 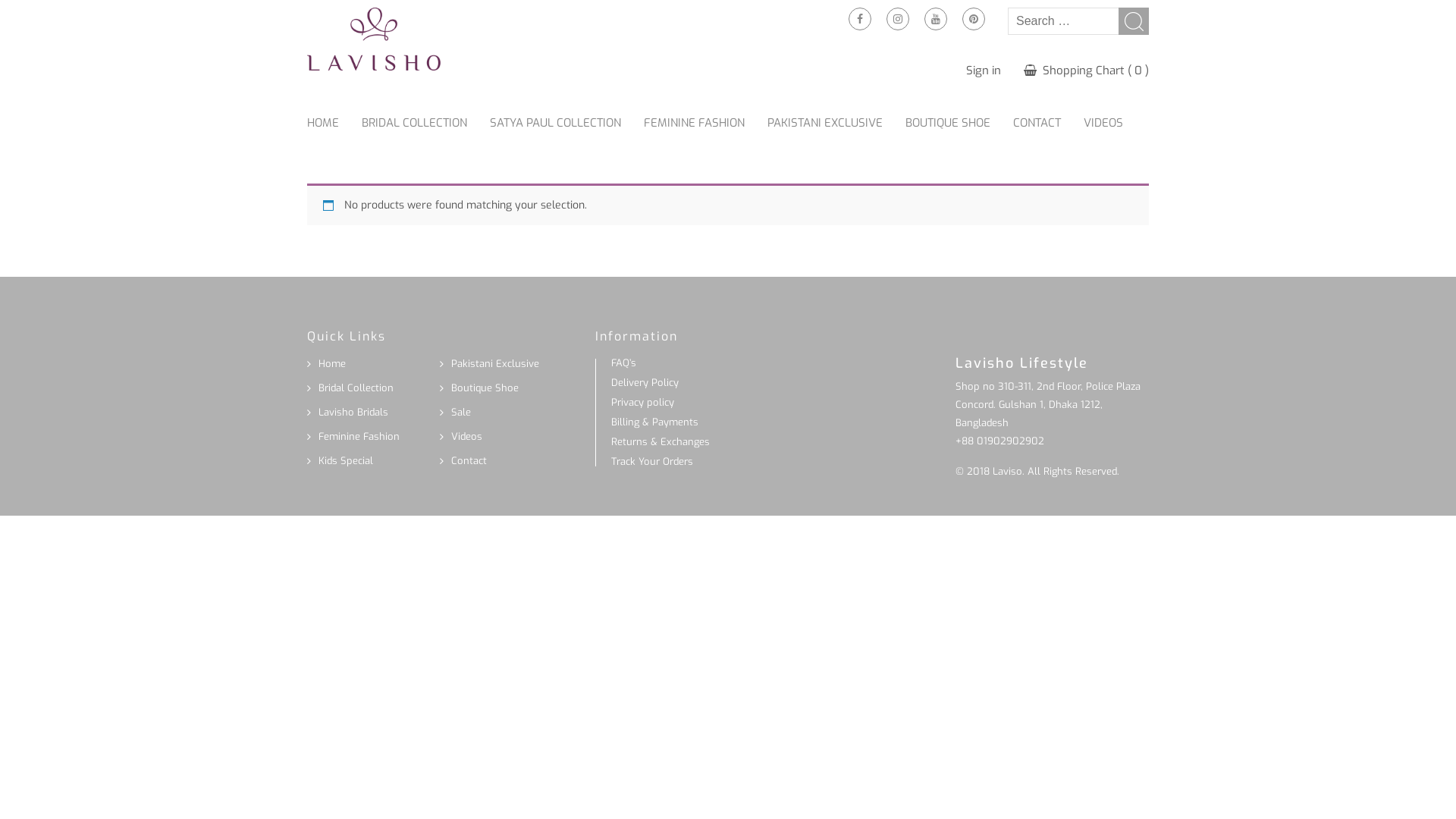 I want to click on 'BRIDAL COLLECTION', so click(x=425, y=122).